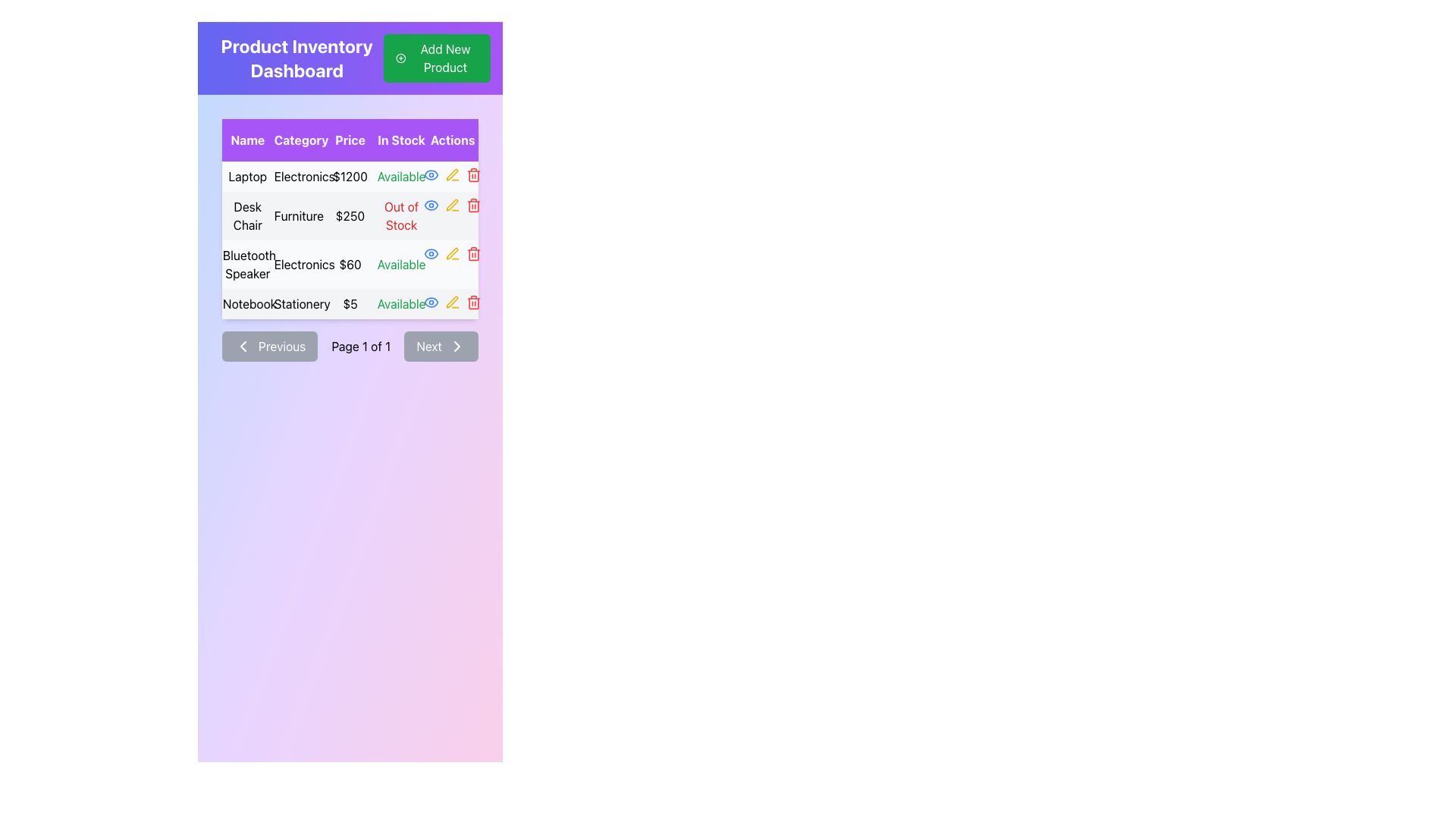 The width and height of the screenshot is (1456, 819). Describe the element at coordinates (431, 205) in the screenshot. I see `the eye icon in the 'Actions' column of the table that represents the 'View' action for the fourth row (Notebook category)` at that location.